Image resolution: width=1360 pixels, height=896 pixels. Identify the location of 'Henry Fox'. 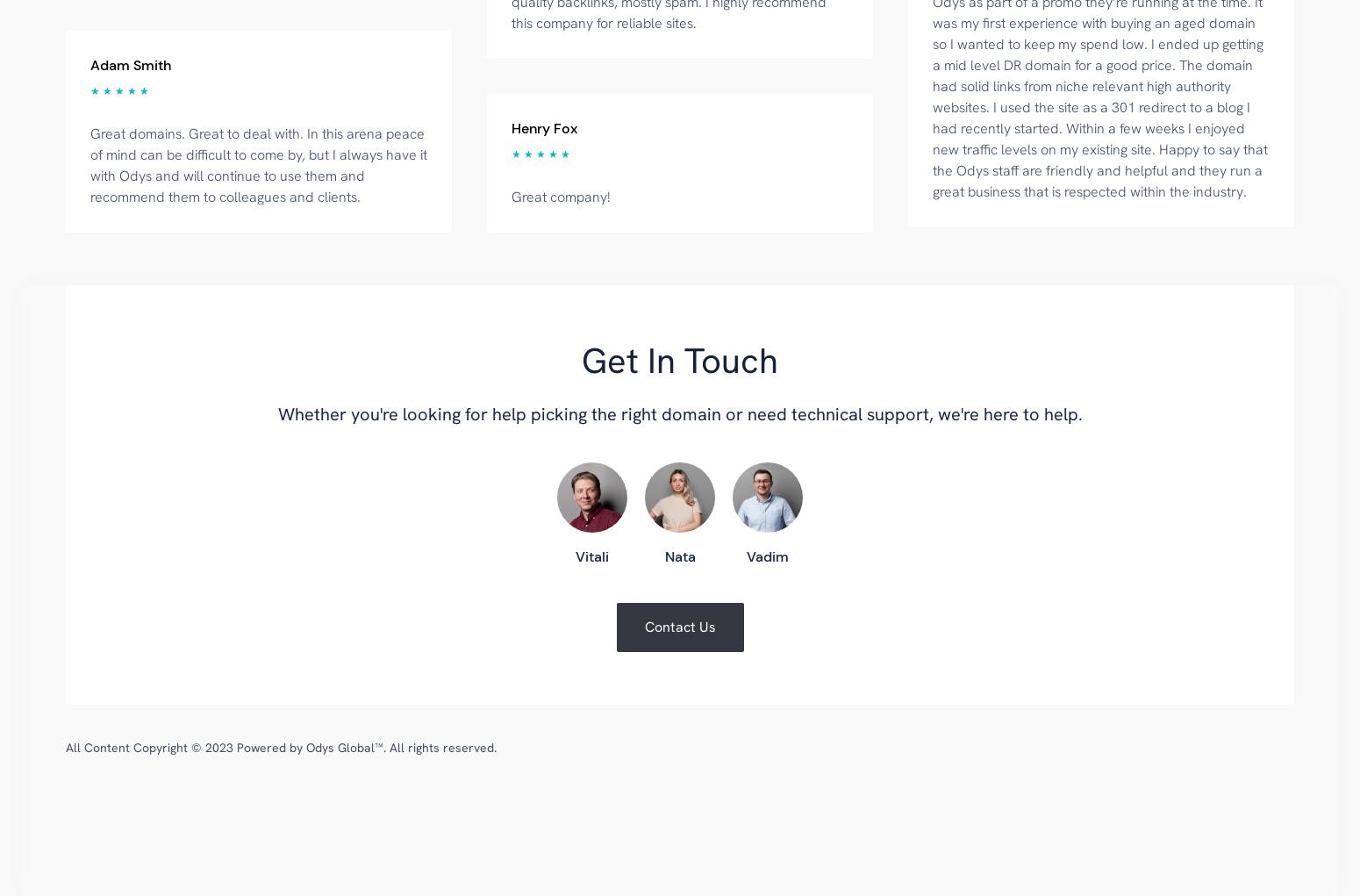
(544, 127).